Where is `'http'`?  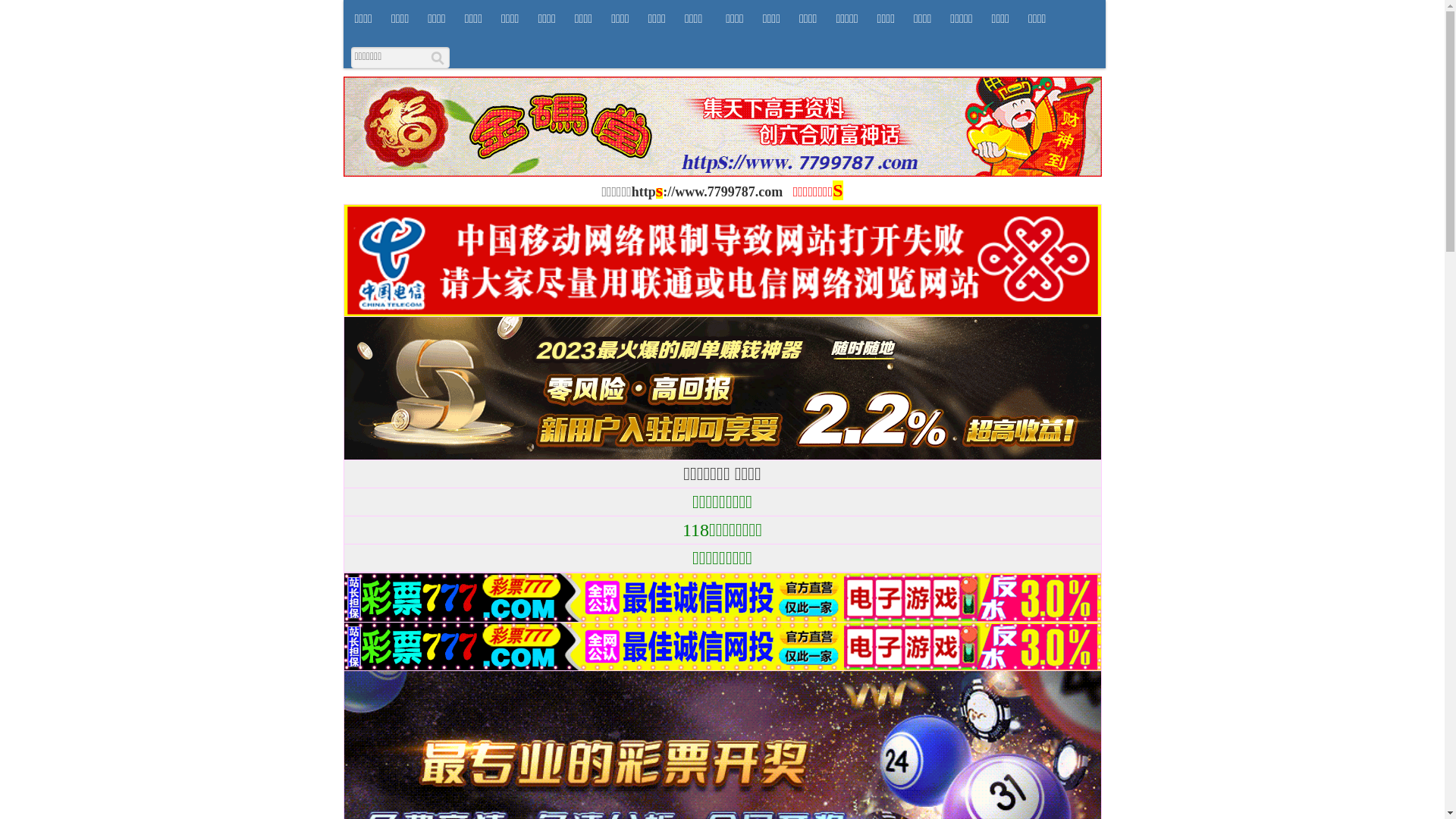
'http' is located at coordinates (644, 191).